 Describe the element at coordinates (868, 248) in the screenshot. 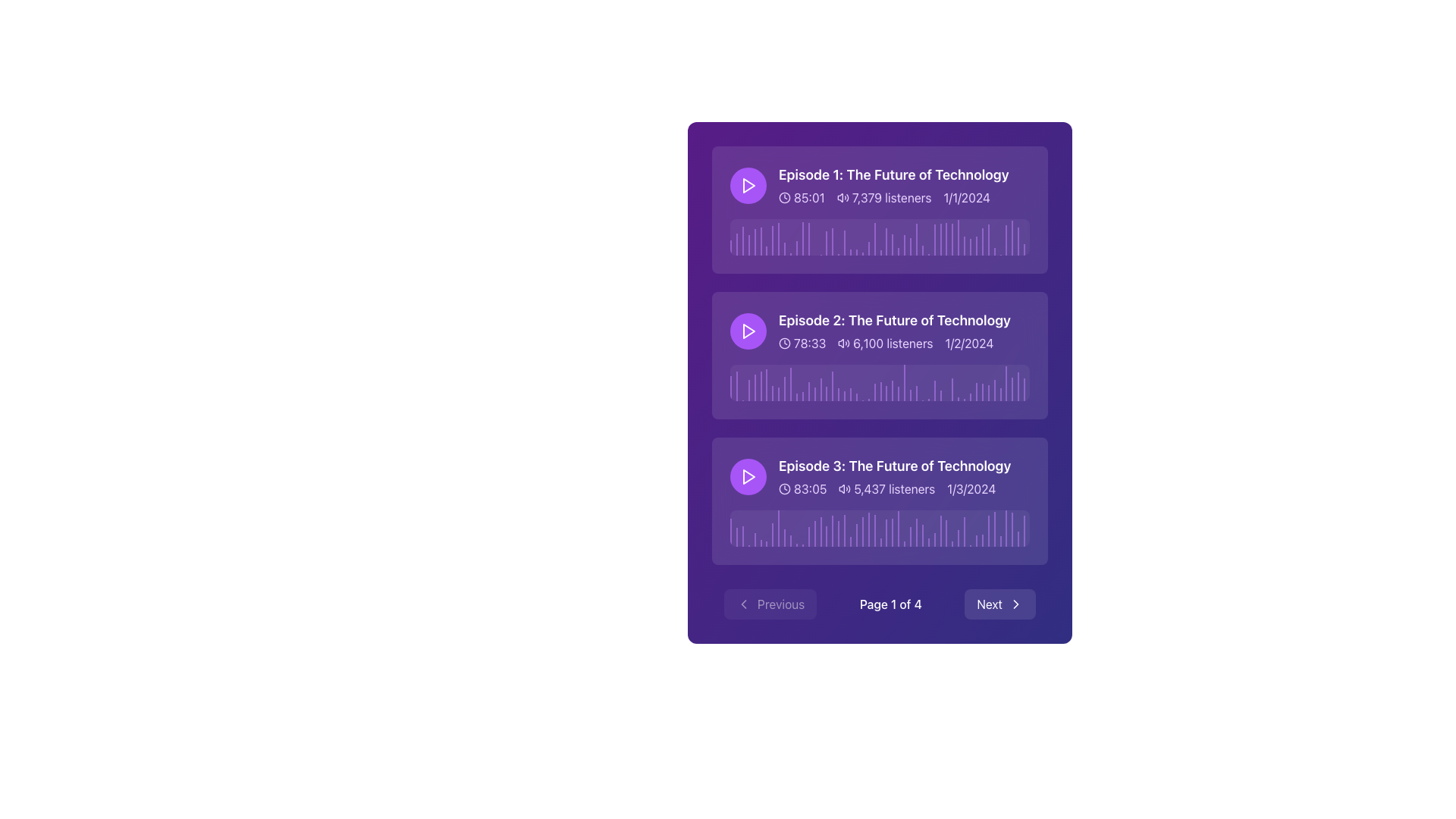

I see `24th vertical line of the audio playback progress bar to check its style properties` at that location.